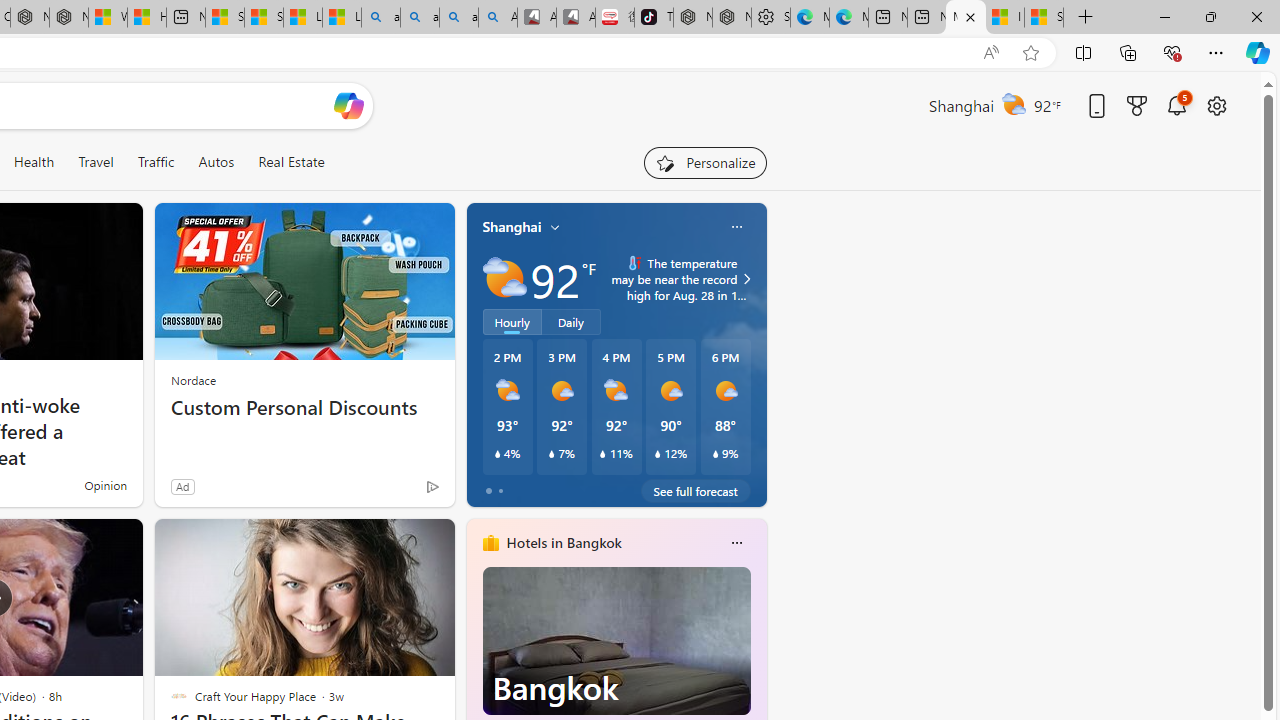 This screenshot has width=1280, height=720. Describe the element at coordinates (695, 491) in the screenshot. I see `'See full forecast'` at that location.